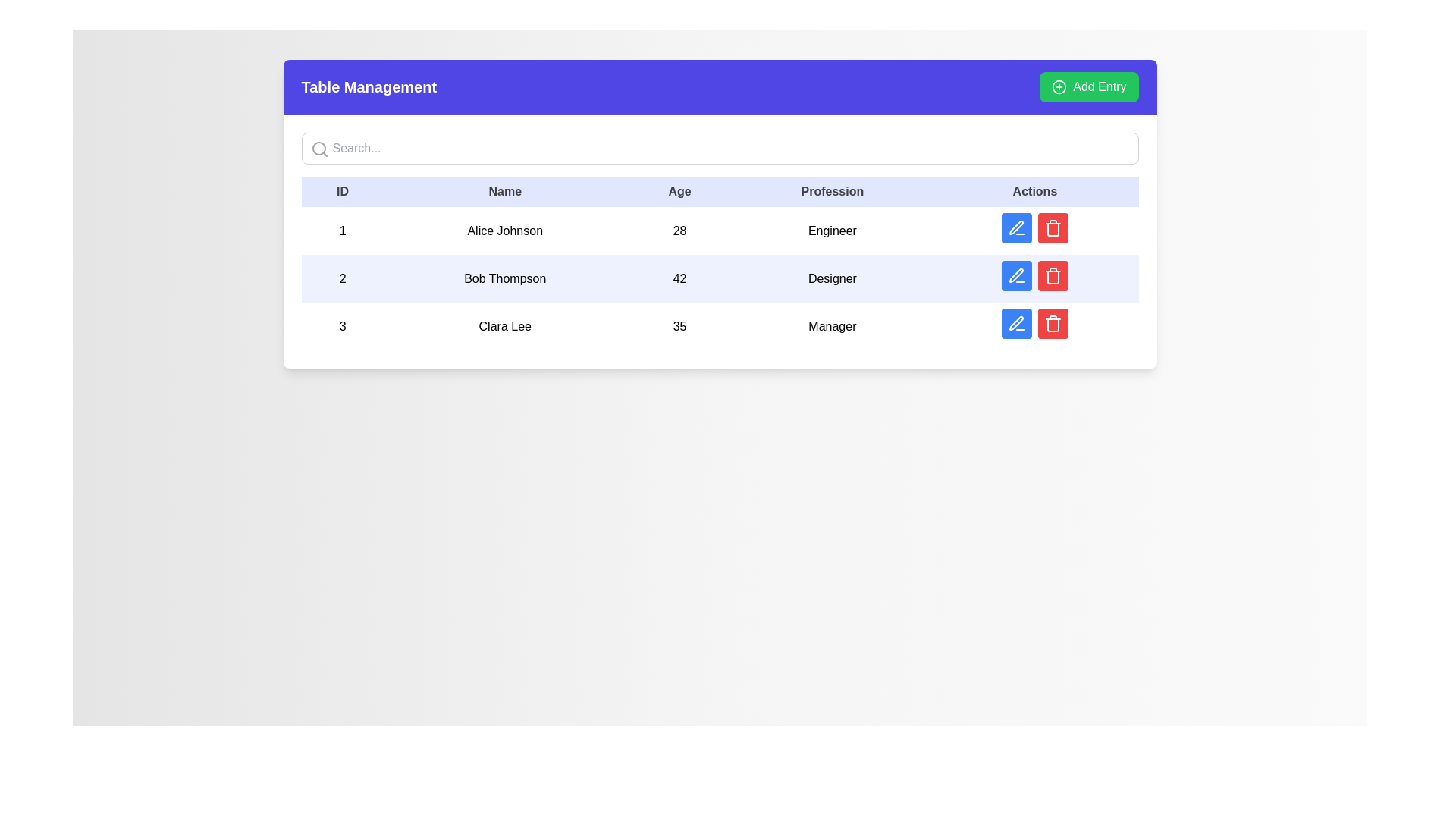 This screenshot has height=819, width=1456. Describe the element at coordinates (1051, 323) in the screenshot. I see `the delete icon button in the 'Actions' column for the user 'Bob Thompson'` at that location.